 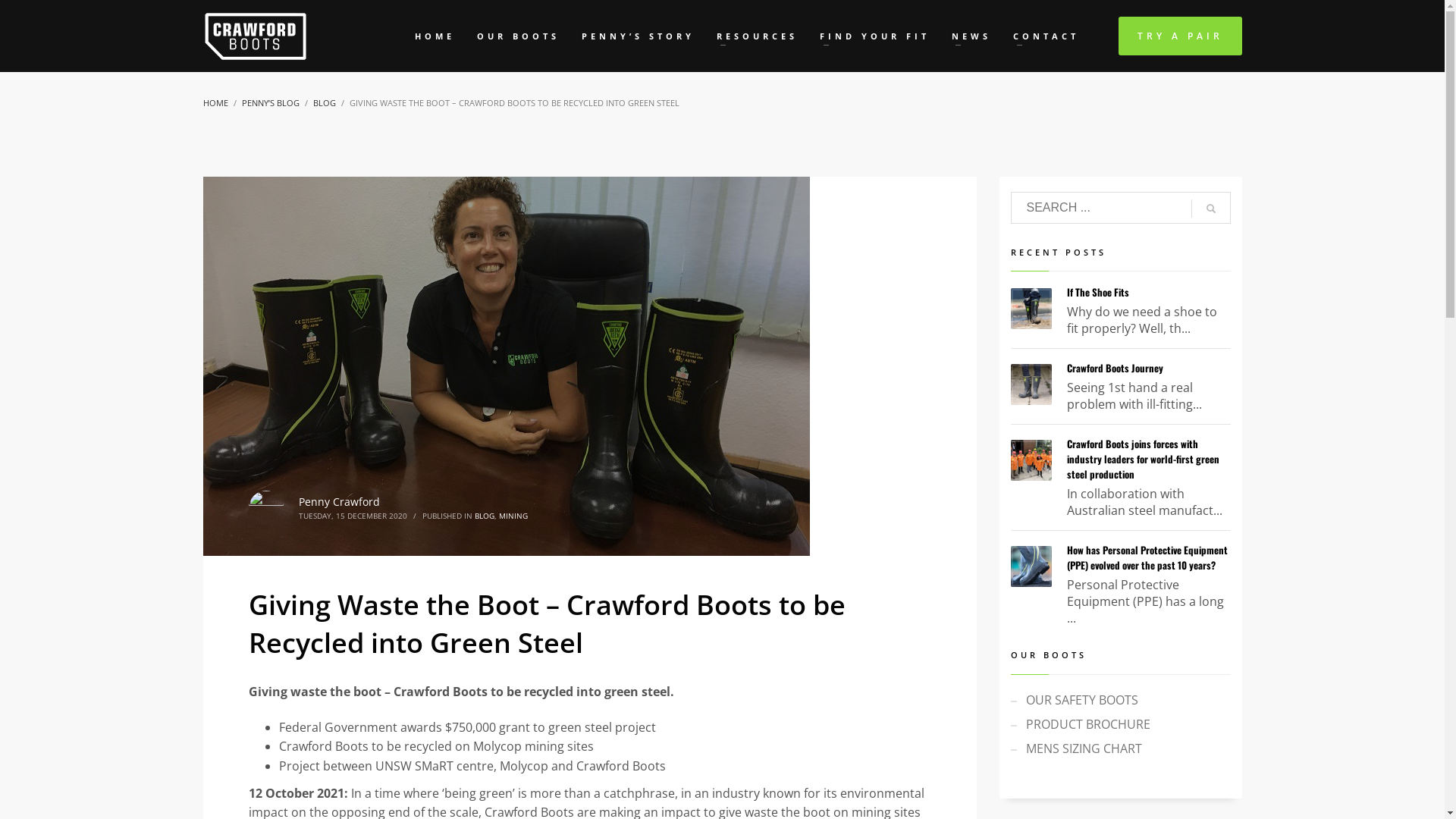 What do you see at coordinates (1097, 292) in the screenshot?
I see `'If The Shoe Fits'` at bounding box center [1097, 292].